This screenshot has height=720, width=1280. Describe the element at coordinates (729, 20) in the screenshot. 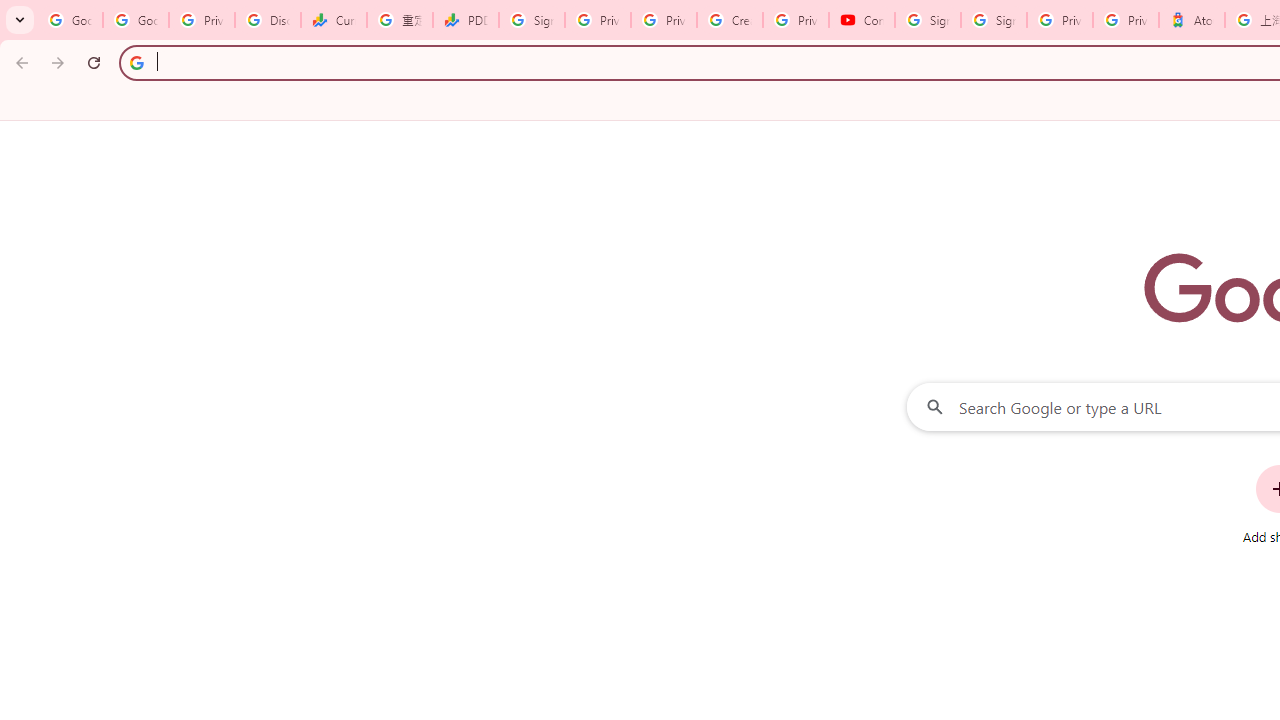

I see `'Create your Google Account'` at that location.